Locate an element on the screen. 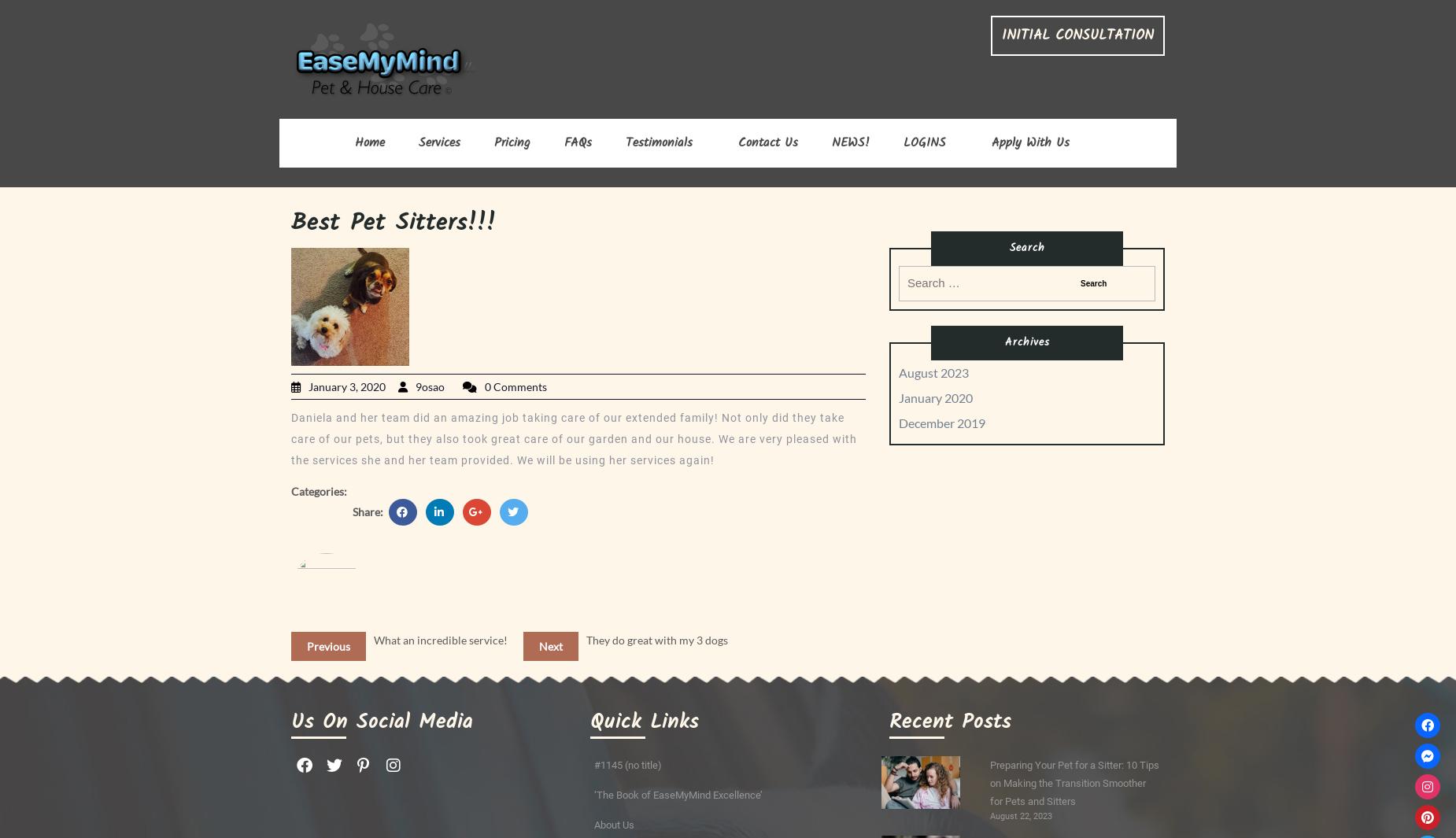  '‘The Book of EaseMyMind Excellence’' is located at coordinates (678, 795).